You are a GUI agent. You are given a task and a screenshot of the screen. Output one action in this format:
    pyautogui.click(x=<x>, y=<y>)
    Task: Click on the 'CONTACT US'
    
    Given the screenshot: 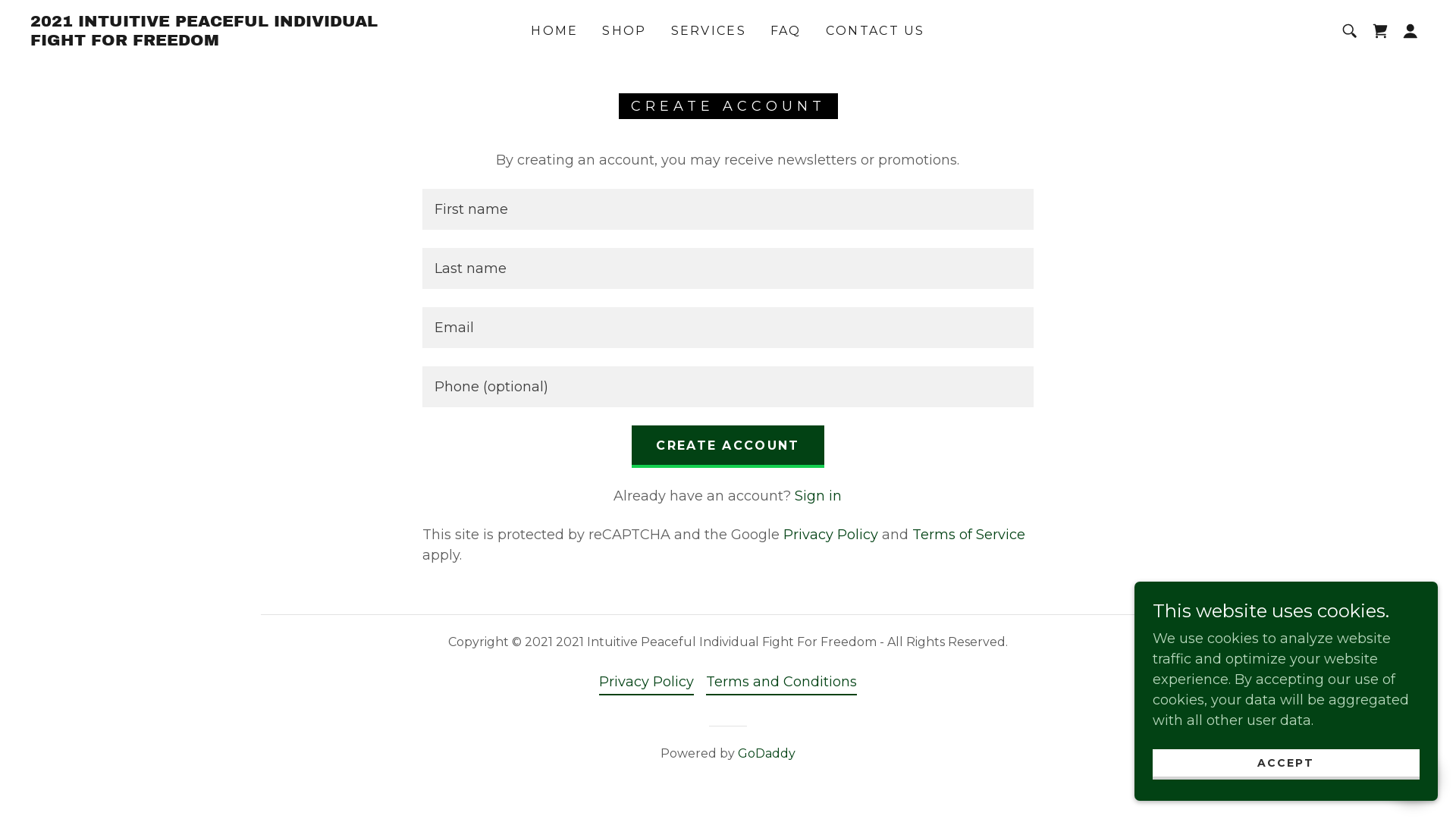 What is the action you would take?
    pyautogui.click(x=875, y=31)
    